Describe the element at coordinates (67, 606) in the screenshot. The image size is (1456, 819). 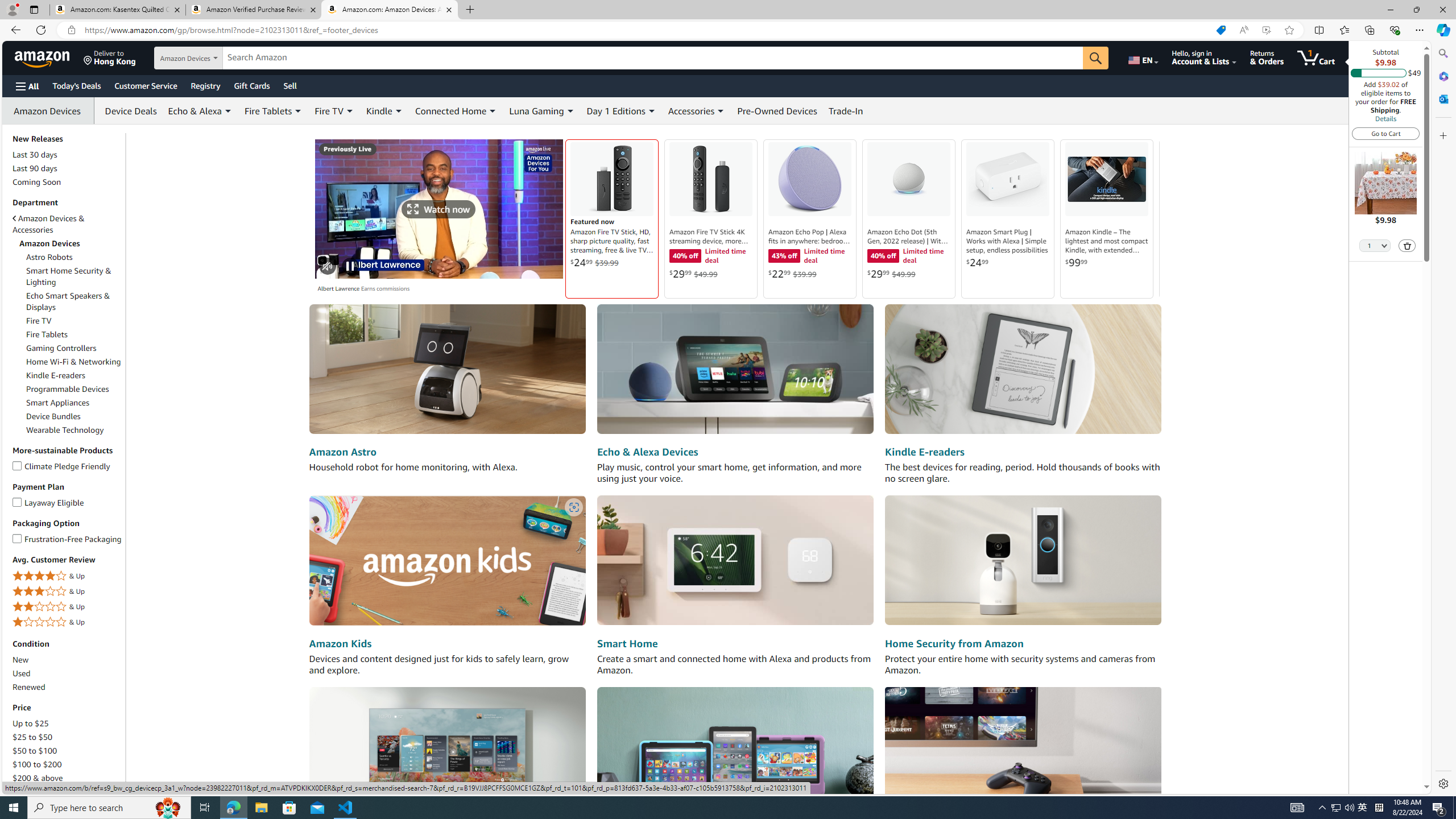
I see `'2 Stars & Up'` at that location.